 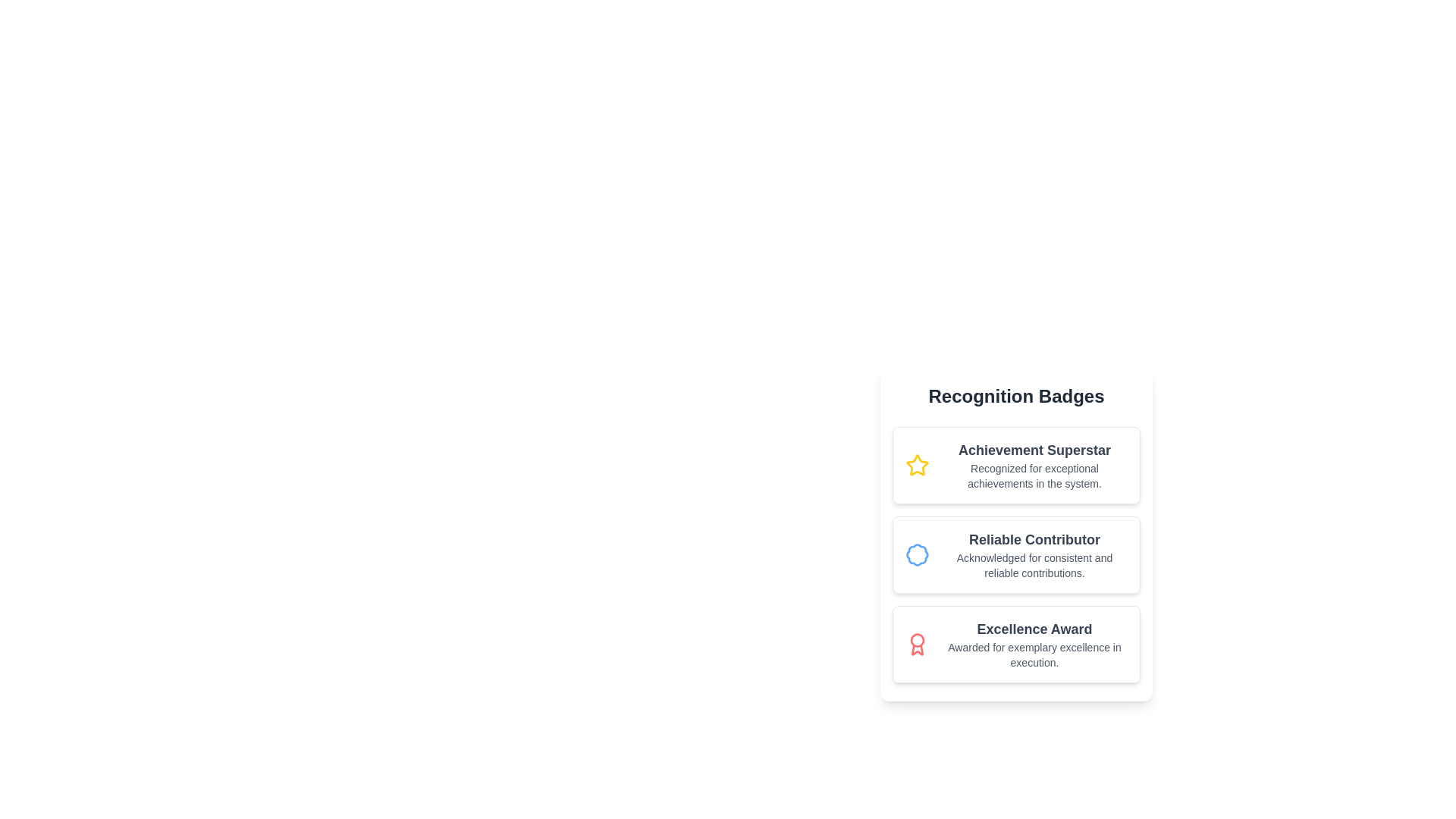 What do you see at coordinates (916, 640) in the screenshot?
I see `the decorative SVG Circle at the top center of the badge icon, which signifies recognition or achievement` at bounding box center [916, 640].